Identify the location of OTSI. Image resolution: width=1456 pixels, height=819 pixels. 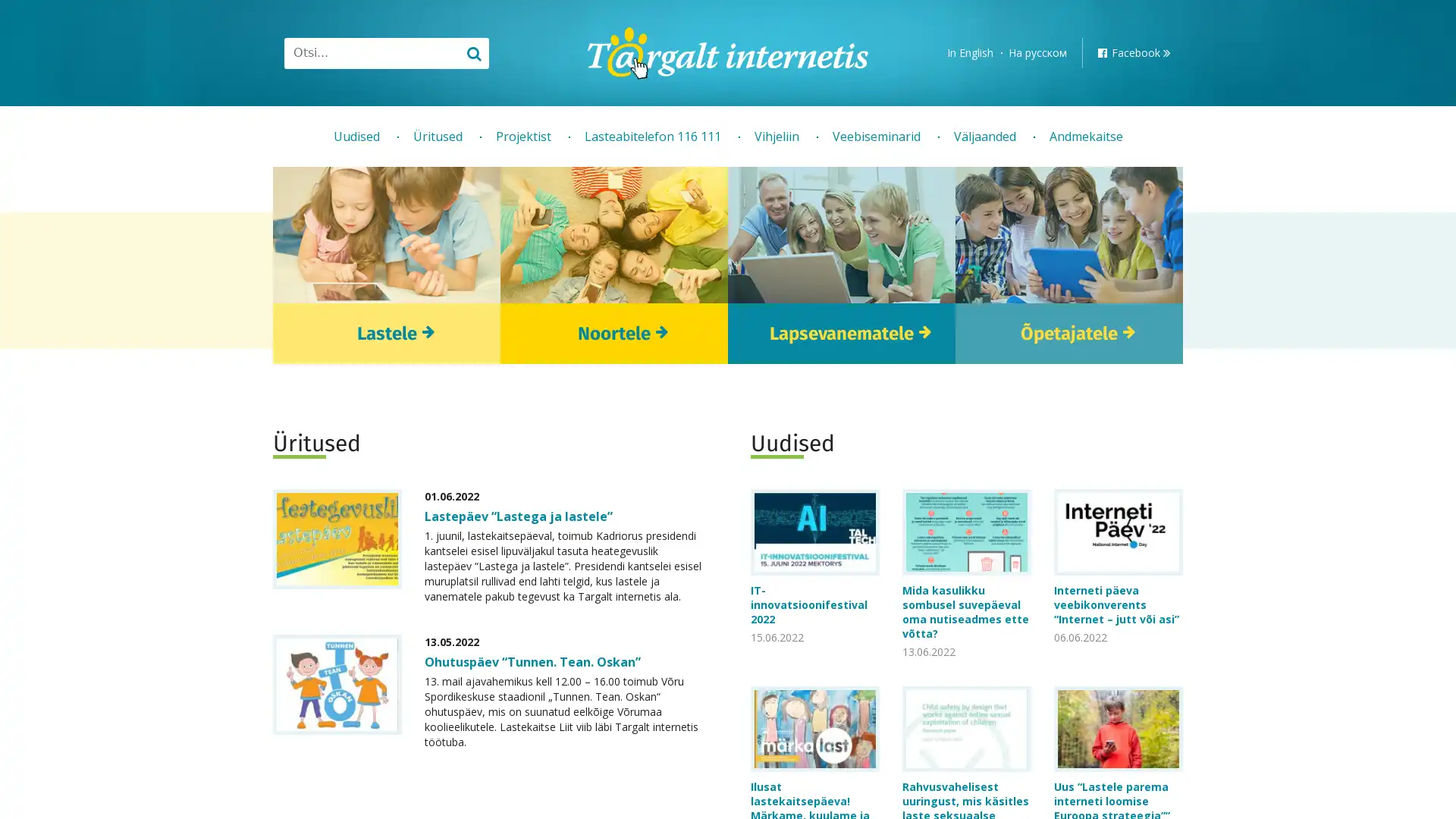
(472, 52).